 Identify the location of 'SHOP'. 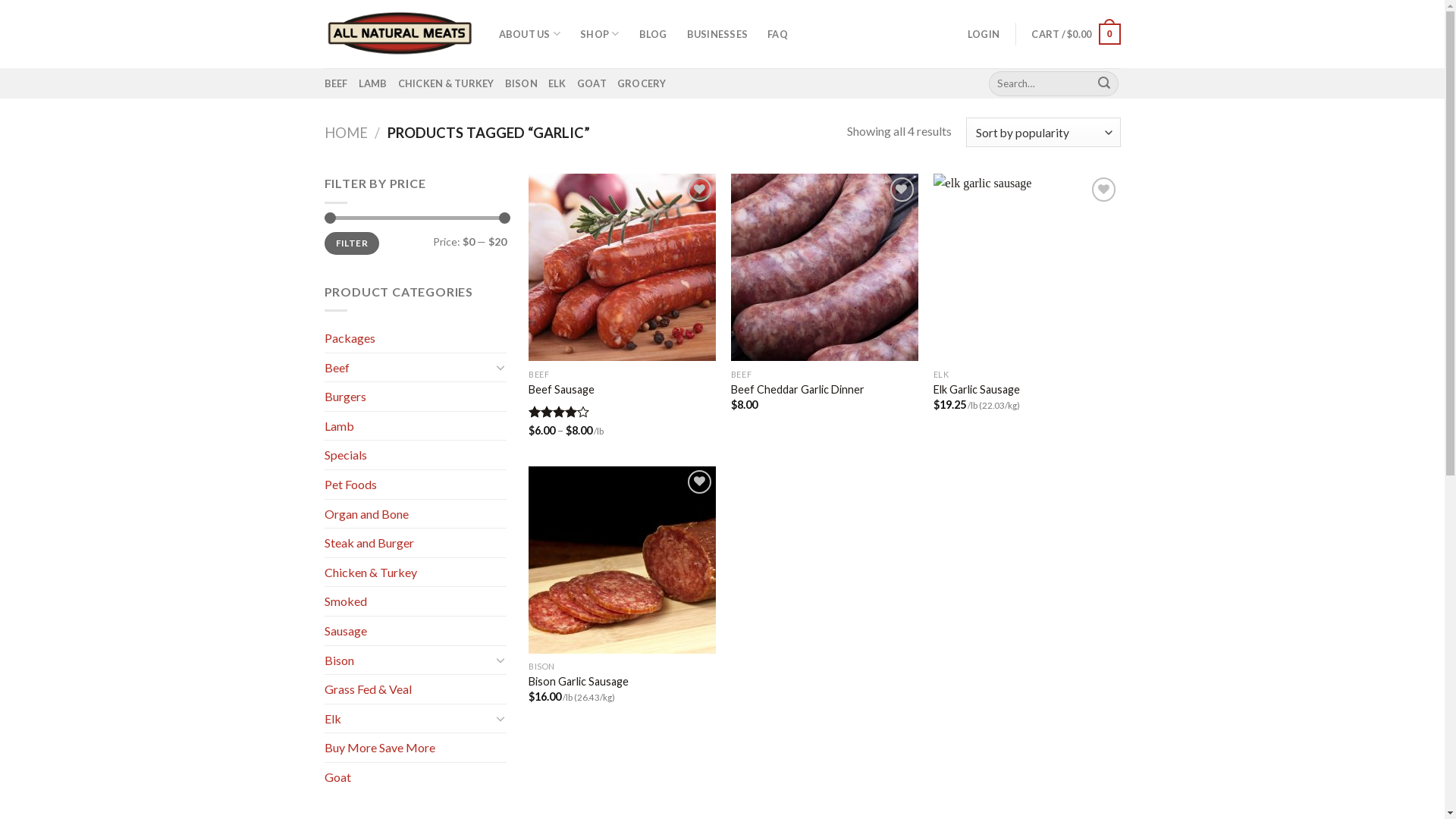
(598, 34).